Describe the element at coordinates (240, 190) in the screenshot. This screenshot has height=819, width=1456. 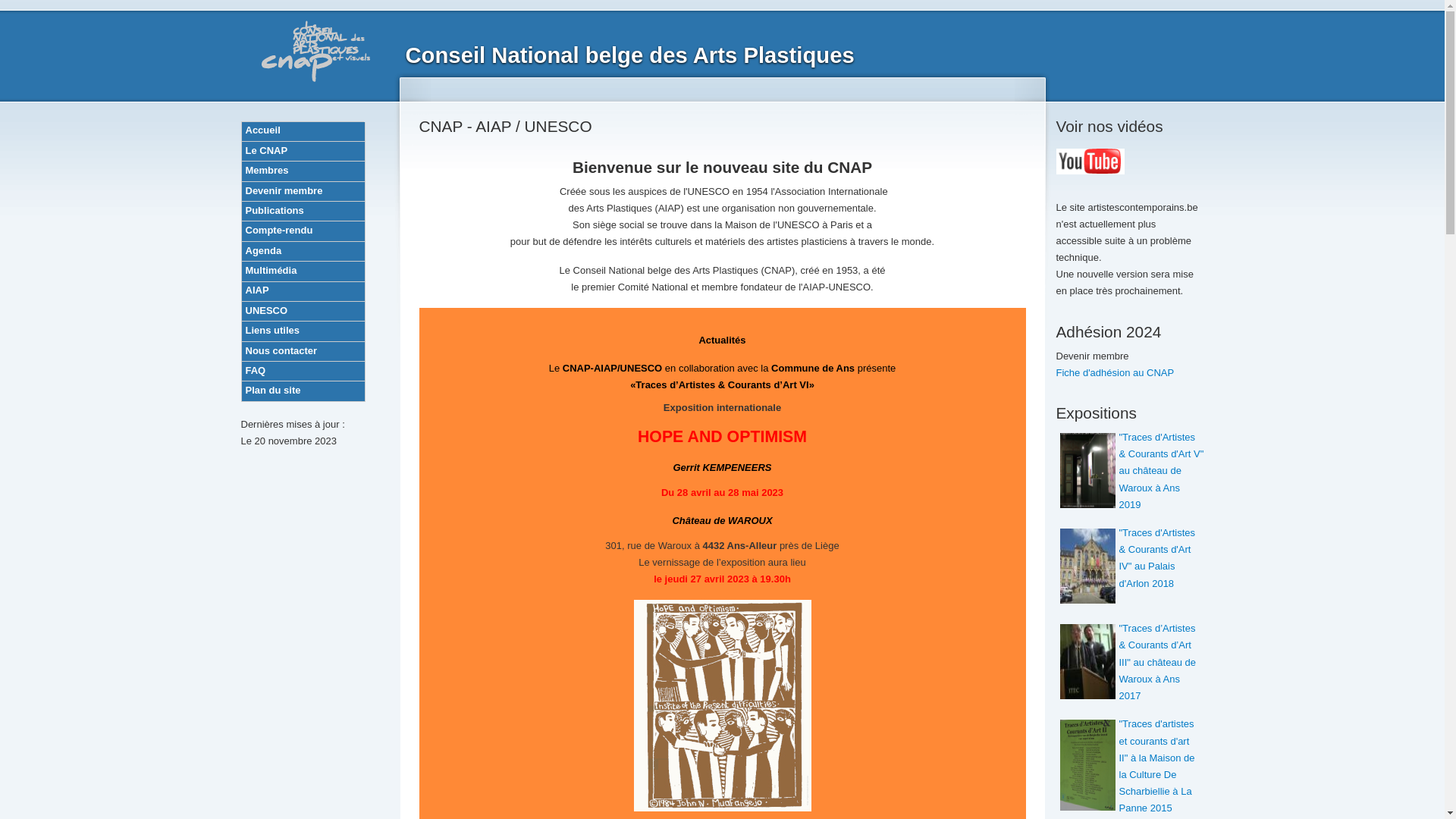
I see `'Devenir membre'` at that location.